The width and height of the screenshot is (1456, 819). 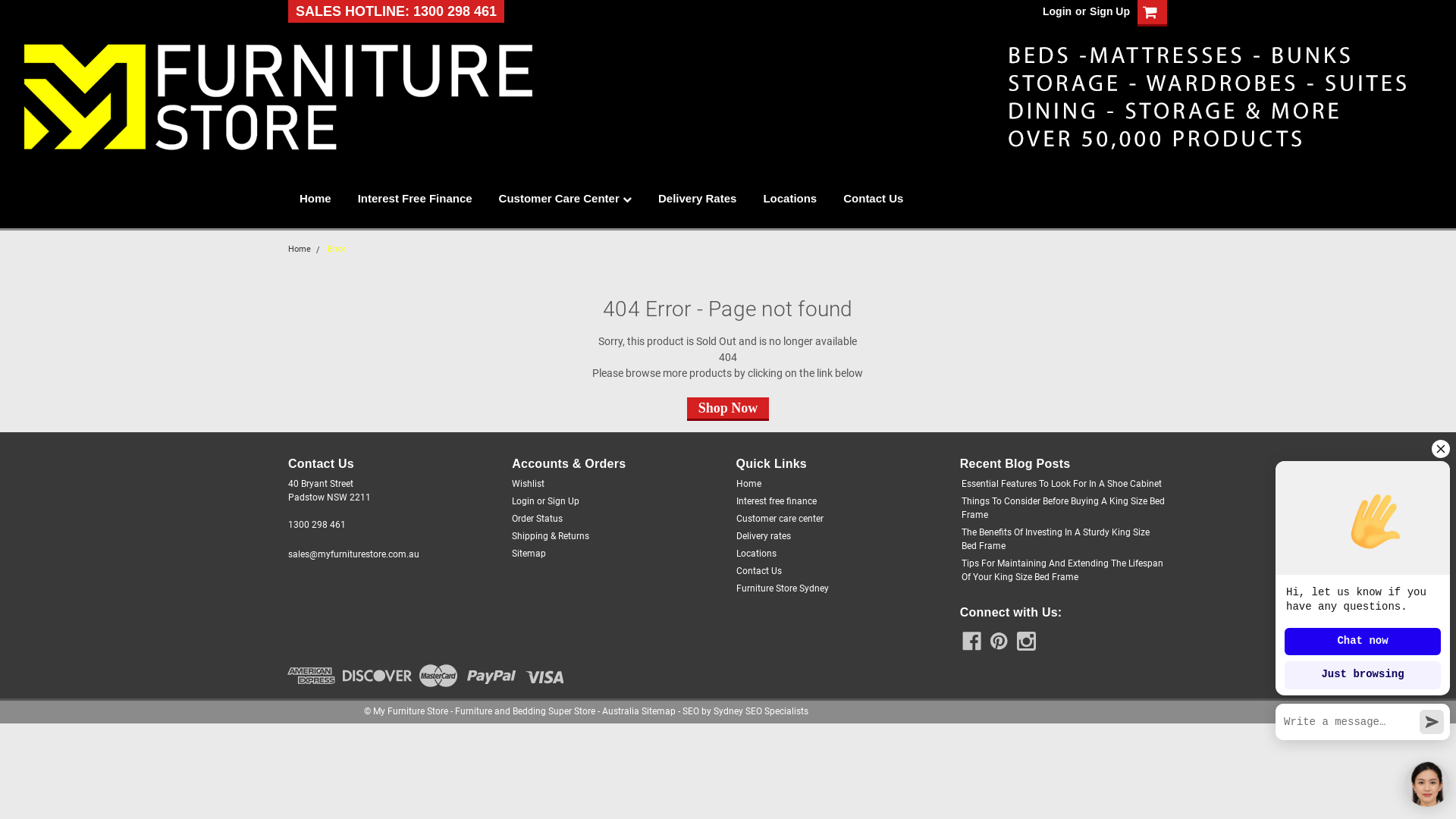 What do you see at coordinates (537, 517) in the screenshot?
I see `'Order Status'` at bounding box center [537, 517].